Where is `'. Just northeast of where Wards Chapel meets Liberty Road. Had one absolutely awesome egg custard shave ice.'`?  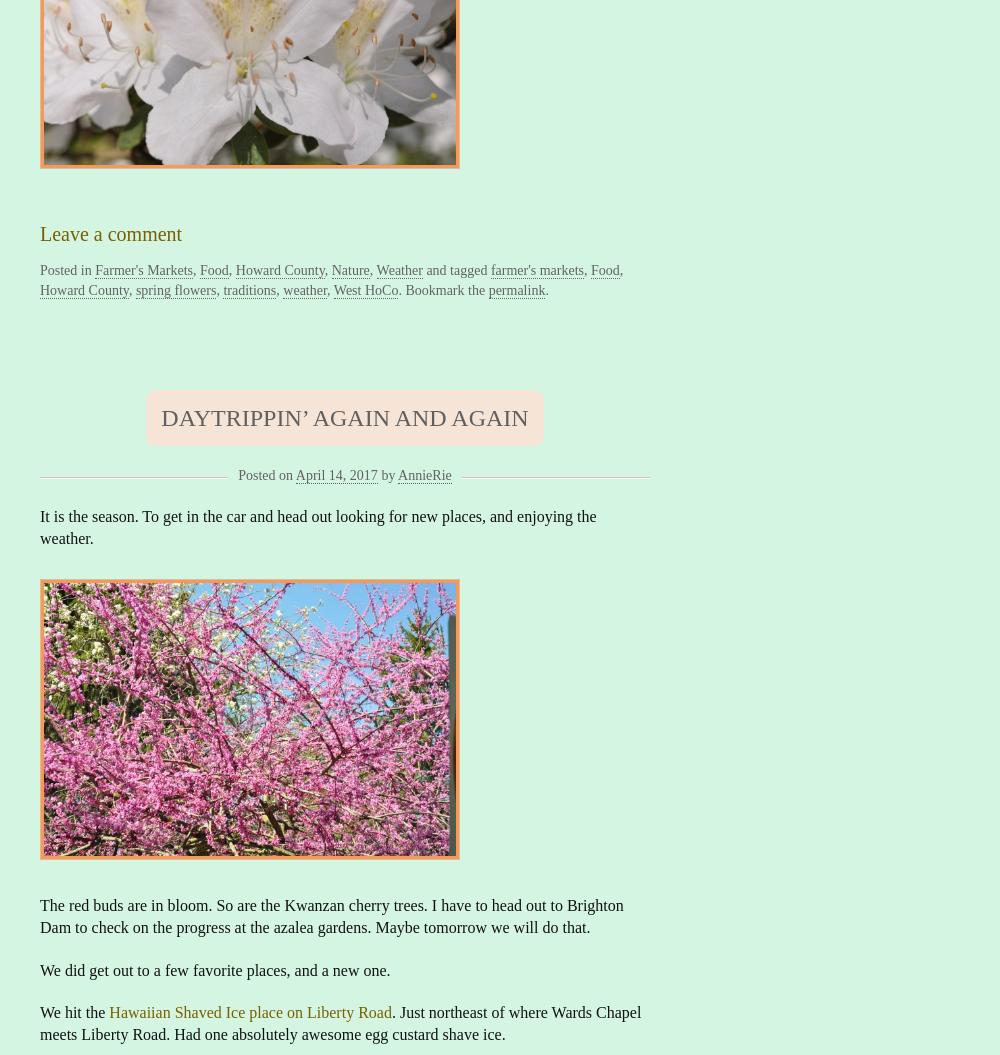 '. Just northeast of where Wards Chapel meets Liberty Road. Had one absolutely awesome egg custard shave ice.' is located at coordinates (40, 1022).